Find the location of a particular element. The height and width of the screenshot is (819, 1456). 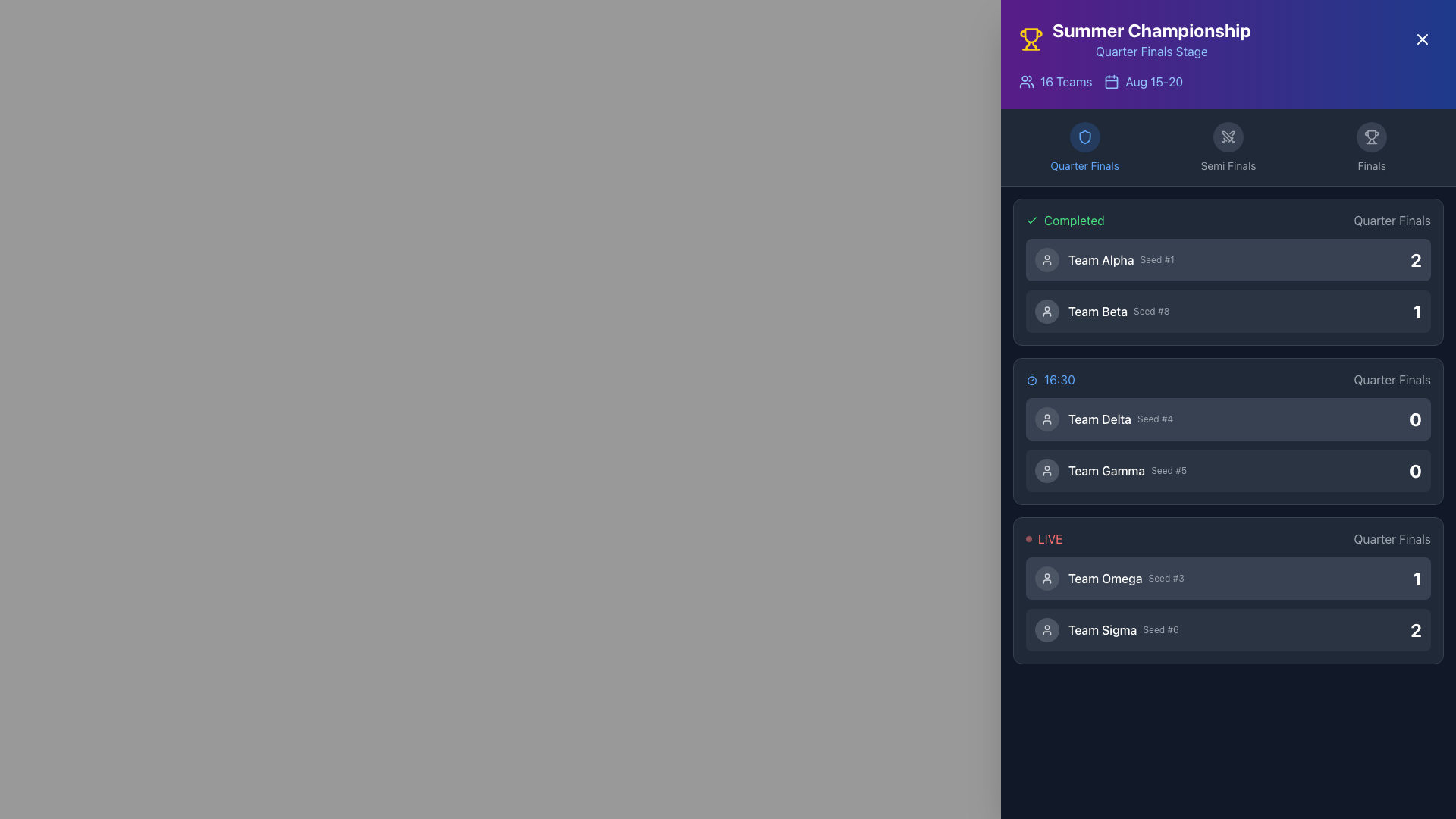

the circular button labeled 'Semi Finals' with a sword icon is located at coordinates (1228, 148).